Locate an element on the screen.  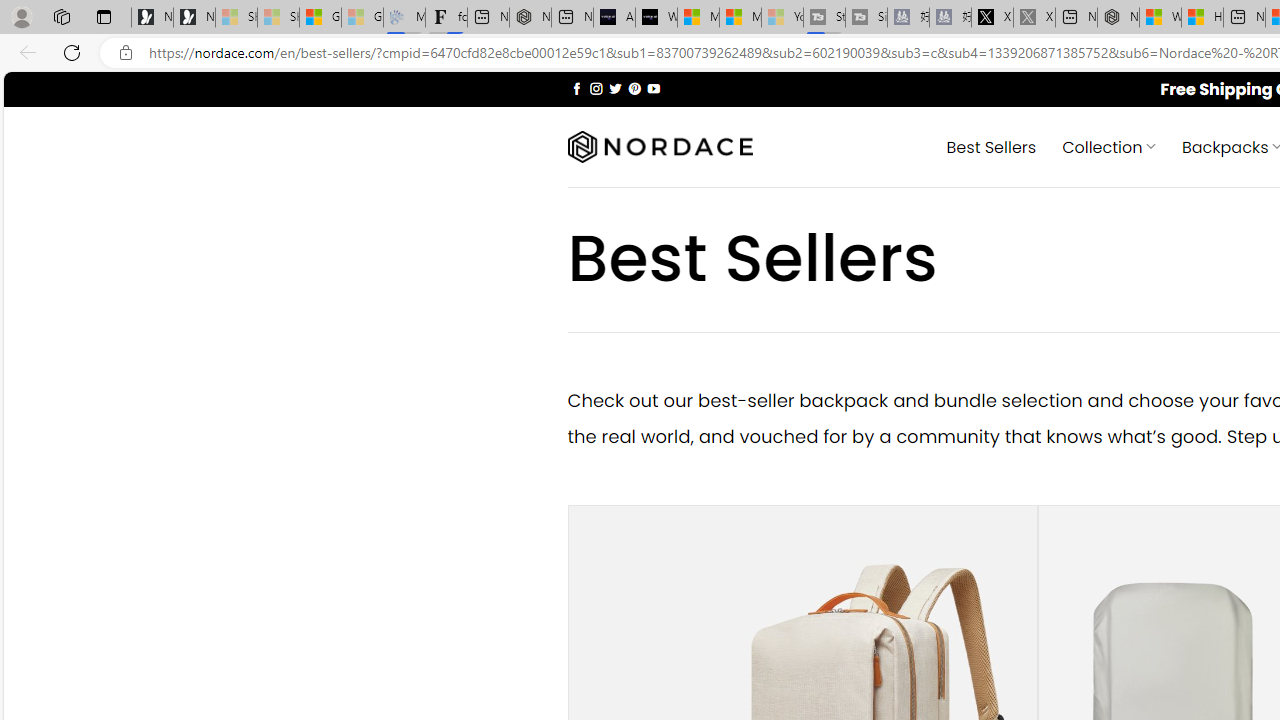
'Wildlife - MSN' is located at coordinates (1160, 17).